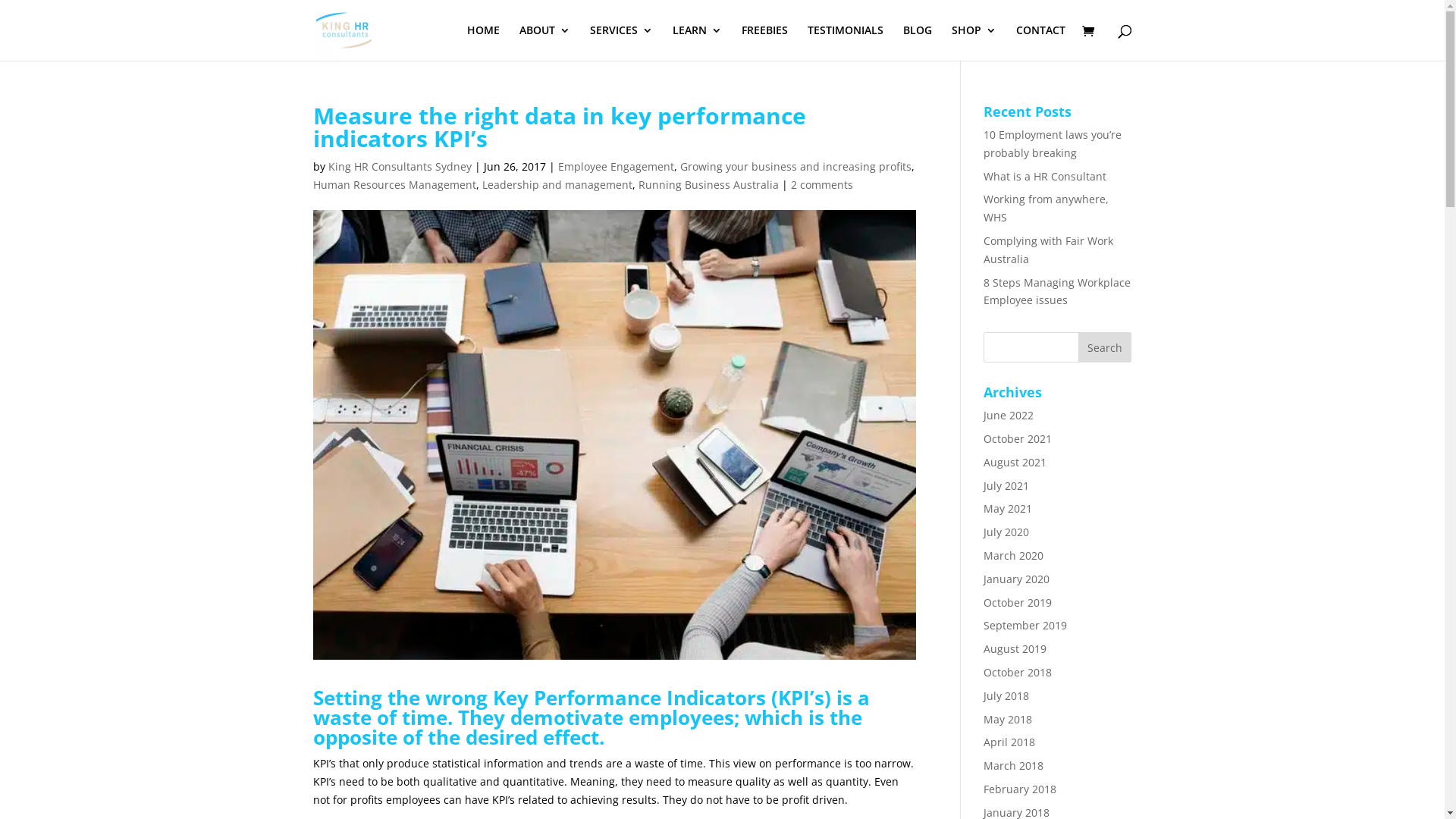 The image size is (1456, 819). What do you see at coordinates (695, 42) in the screenshot?
I see `'LEARN'` at bounding box center [695, 42].